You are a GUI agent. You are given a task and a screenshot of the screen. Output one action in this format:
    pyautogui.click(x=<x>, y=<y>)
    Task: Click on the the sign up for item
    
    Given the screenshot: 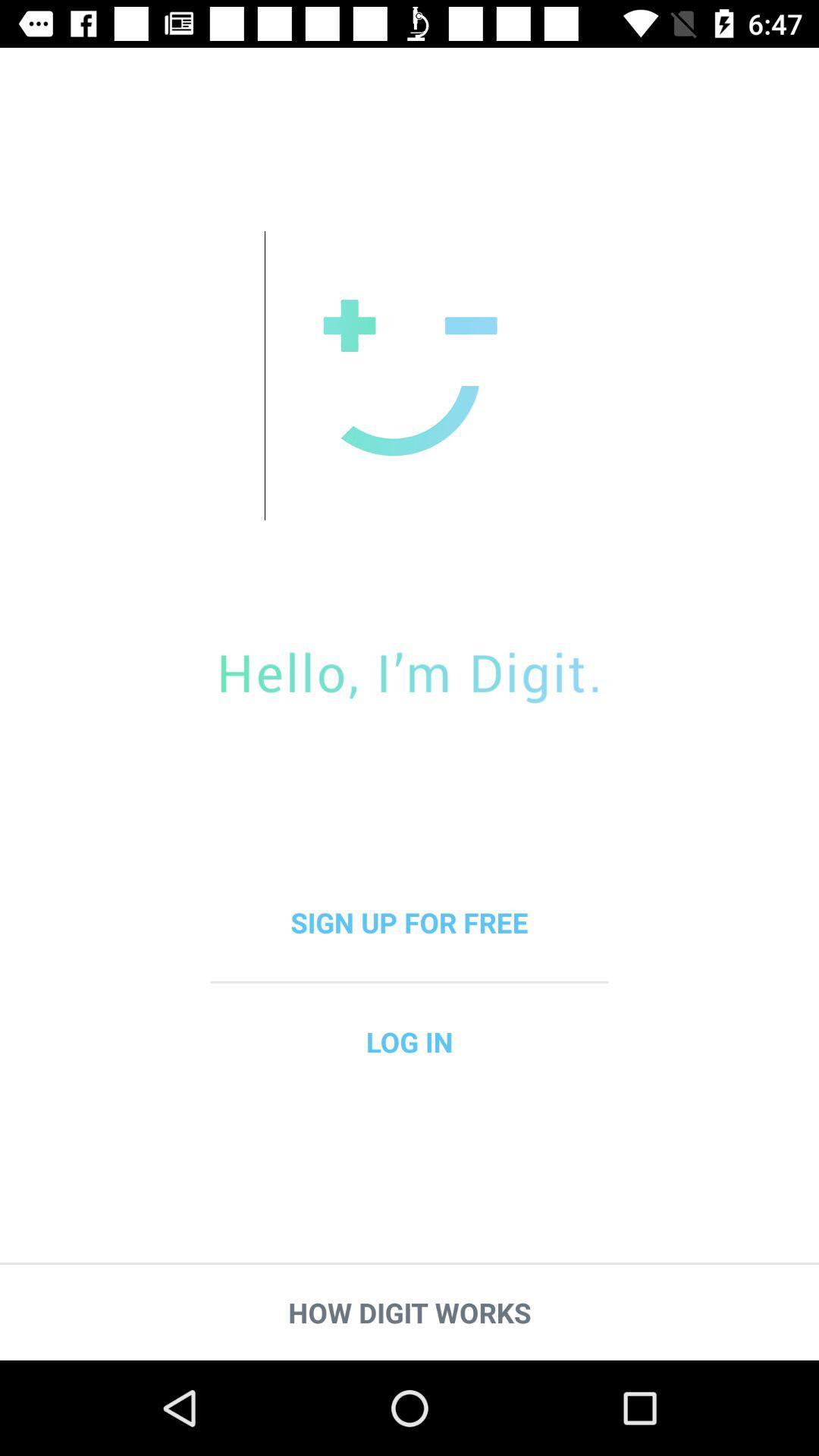 What is the action you would take?
    pyautogui.click(x=409, y=921)
    